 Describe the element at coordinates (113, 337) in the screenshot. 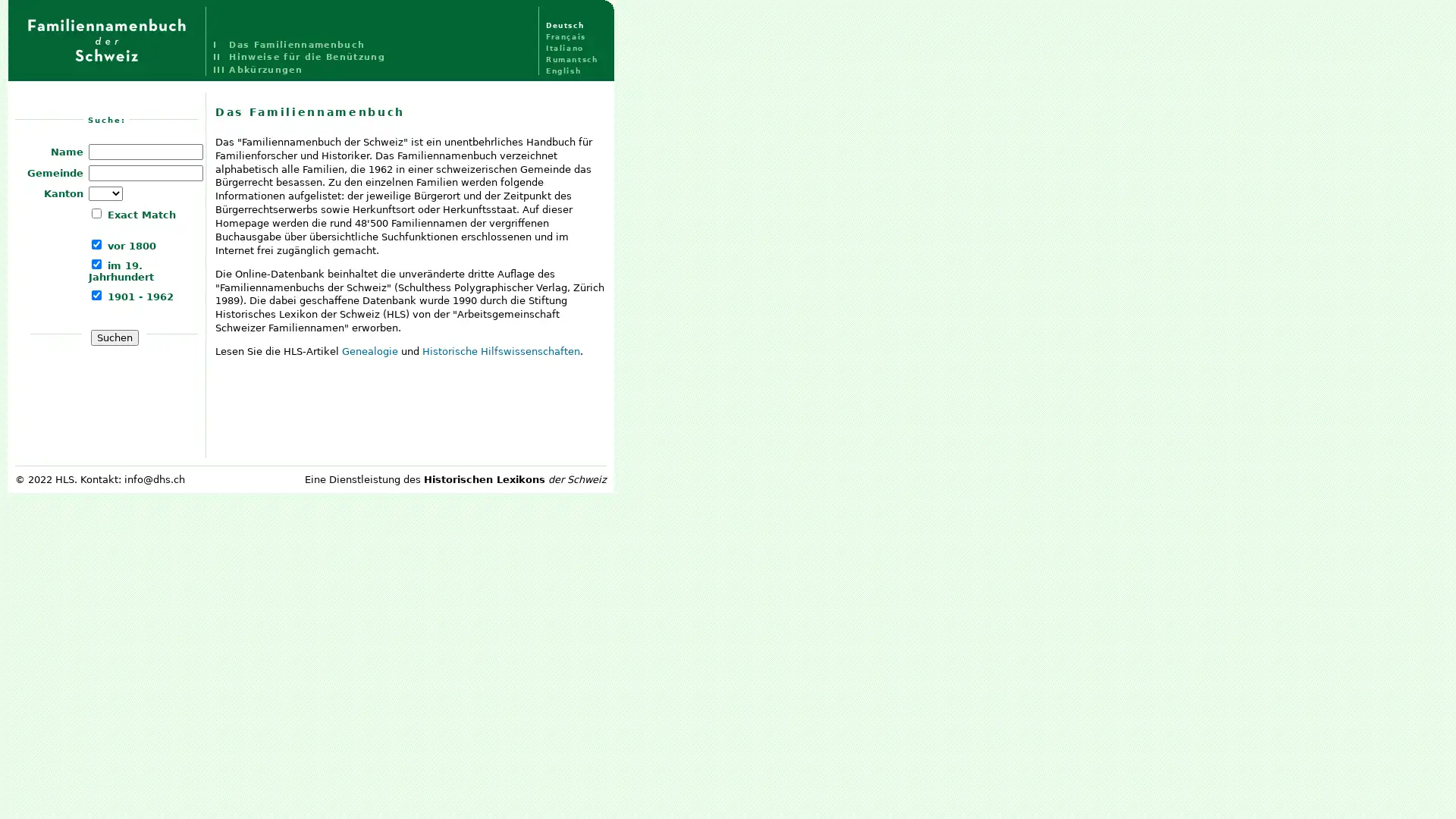

I see `Suchen` at that location.